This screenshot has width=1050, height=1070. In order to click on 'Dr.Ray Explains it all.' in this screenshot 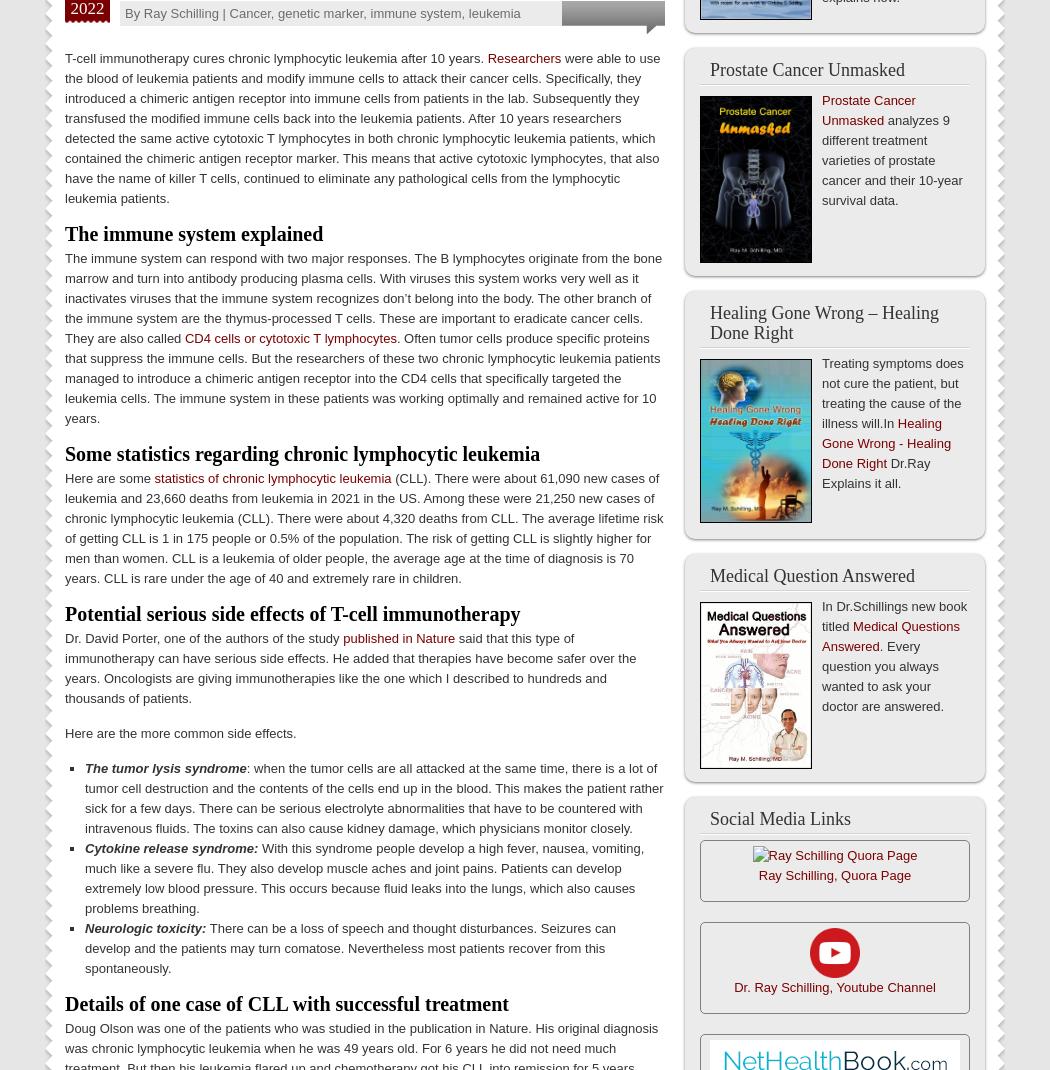, I will do `click(875, 473)`.